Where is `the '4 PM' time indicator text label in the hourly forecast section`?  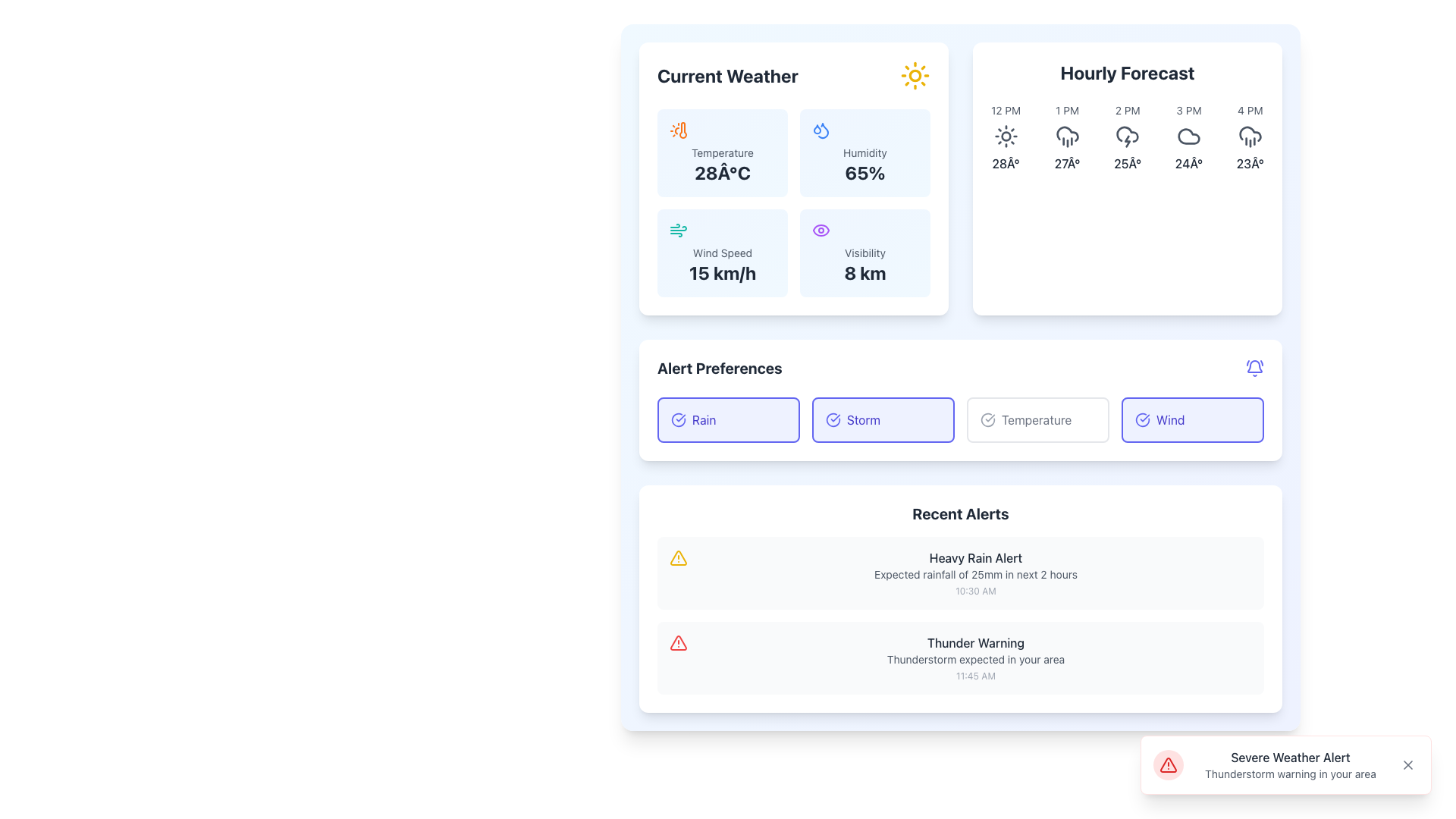
the '4 PM' time indicator text label in the hourly forecast section is located at coordinates (1250, 110).